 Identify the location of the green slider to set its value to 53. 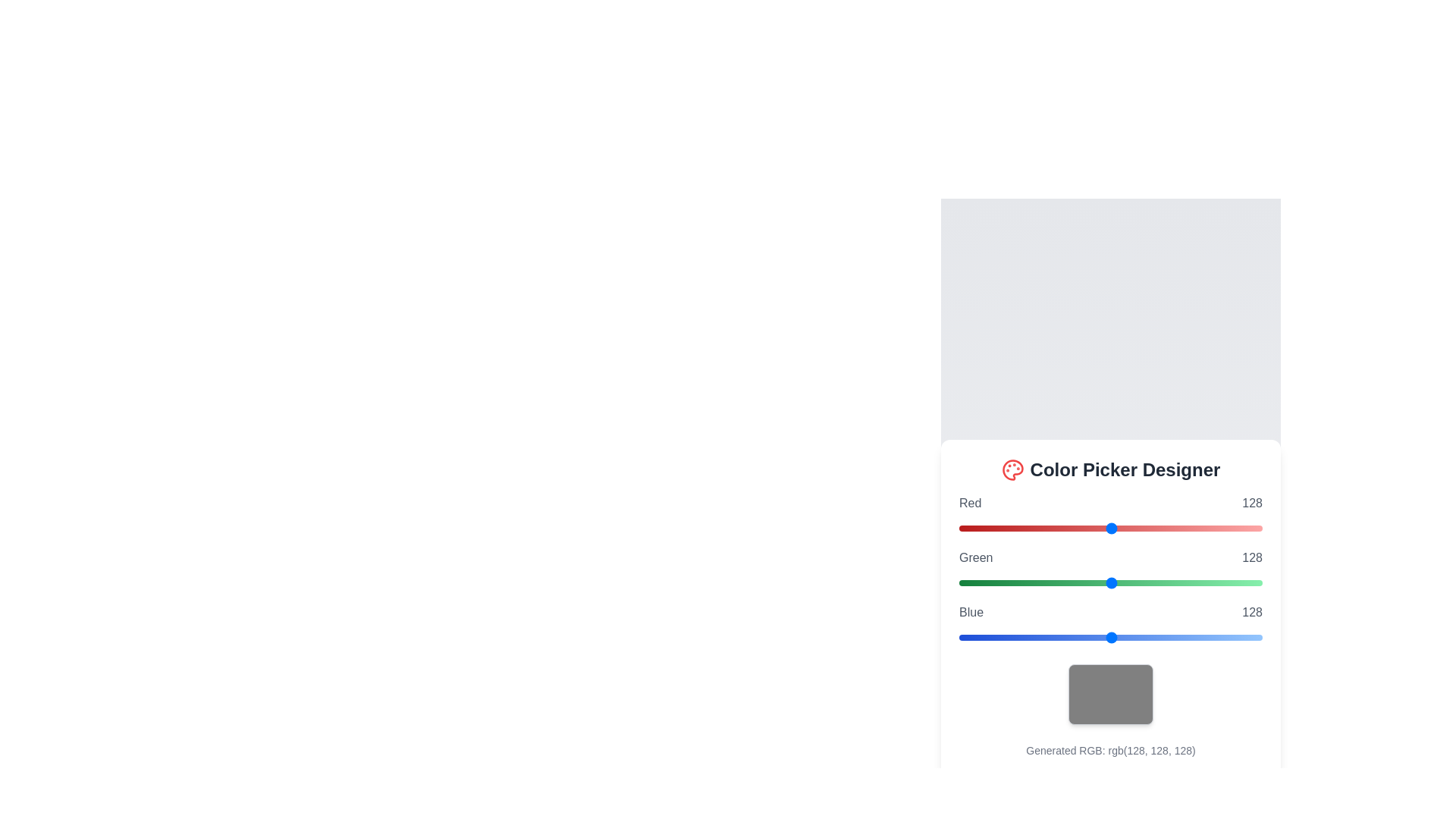
(1022, 582).